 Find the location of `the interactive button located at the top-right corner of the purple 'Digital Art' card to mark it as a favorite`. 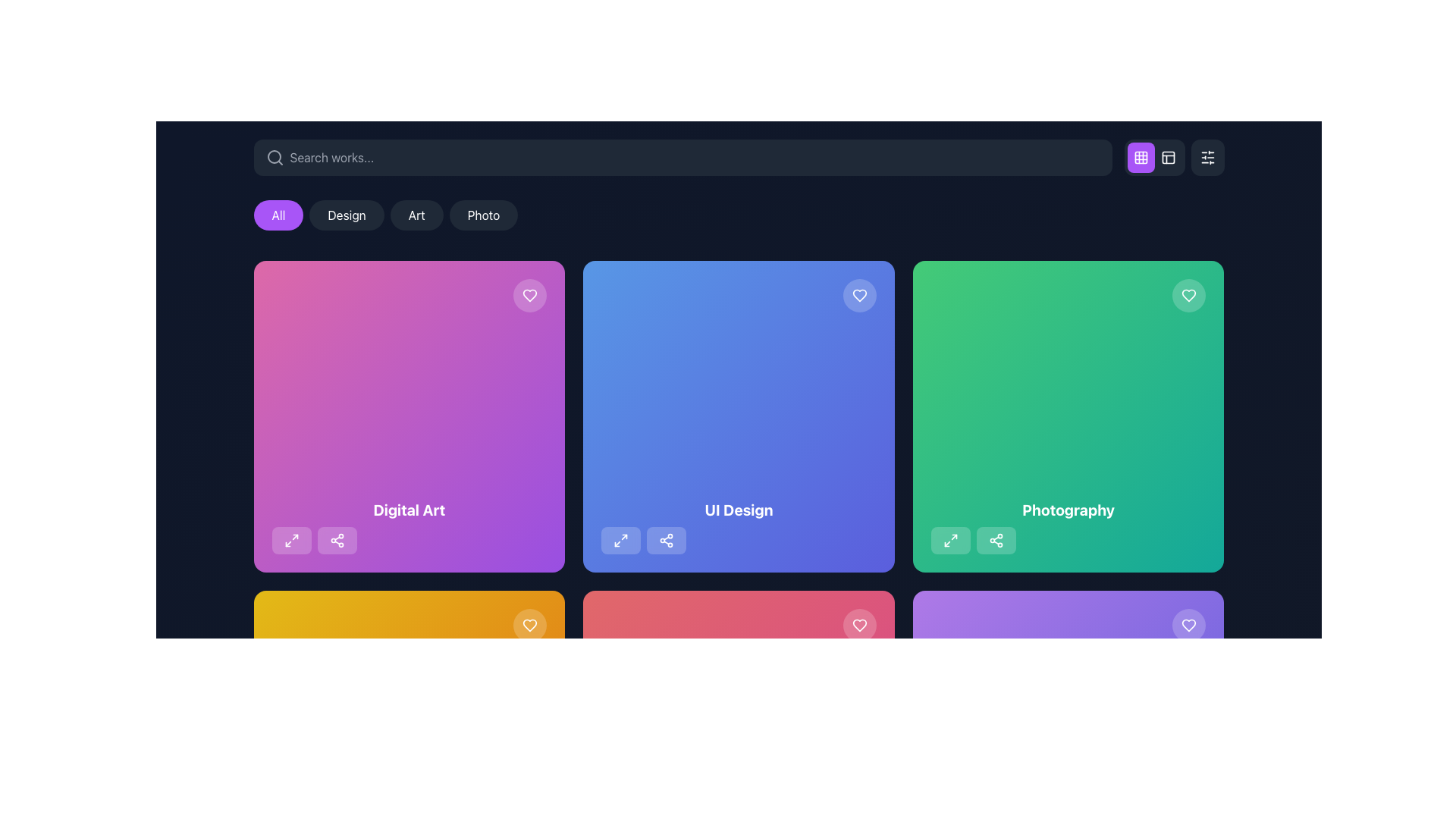

the interactive button located at the top-right corner of the purple 'Digital Art' card to mark it as a favorite is located at coordinates (530, 295).